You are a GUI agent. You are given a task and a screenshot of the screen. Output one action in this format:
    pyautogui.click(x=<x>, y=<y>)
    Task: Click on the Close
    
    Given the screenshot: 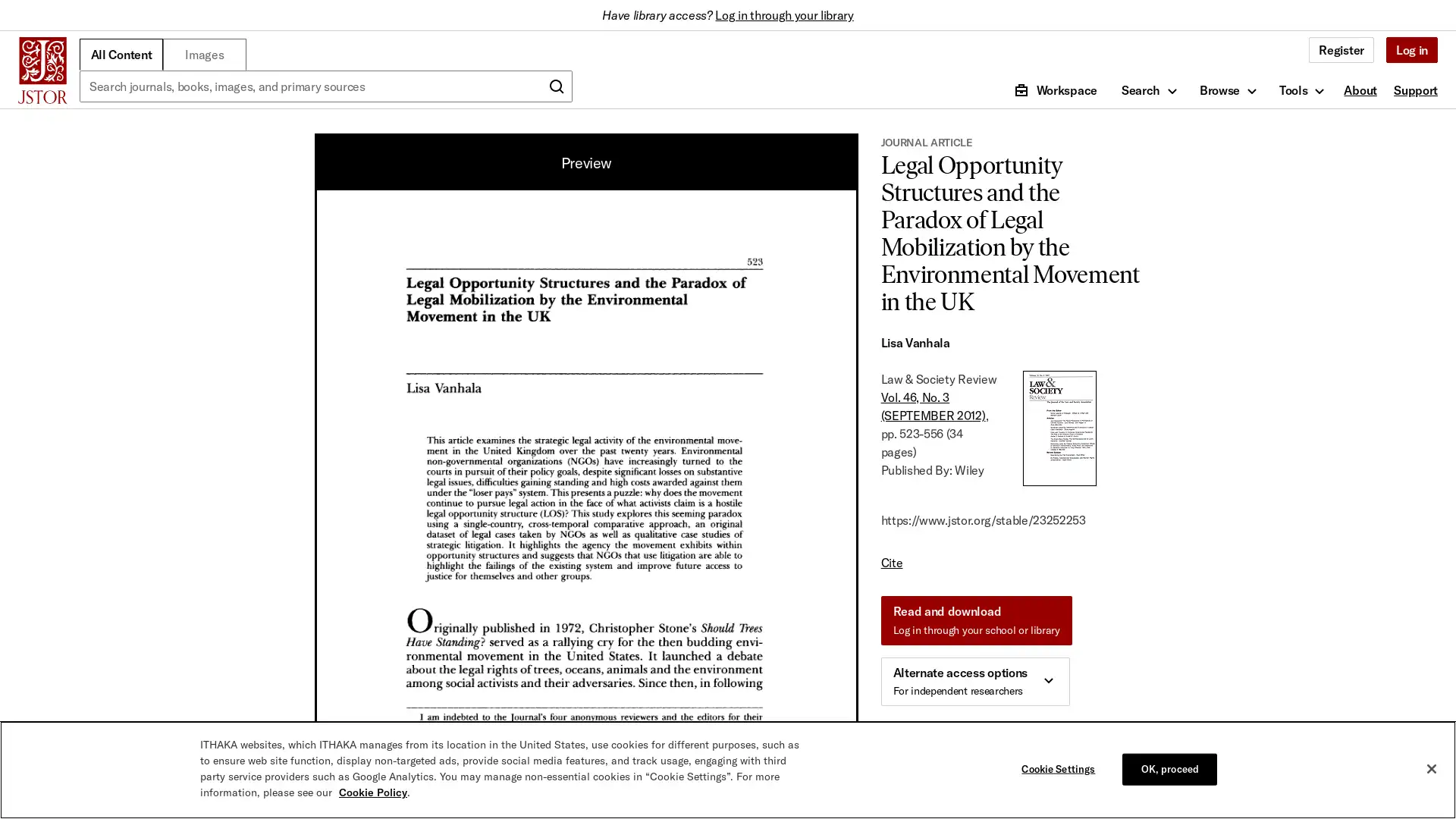 What is the action you would take?
    pyautogui.click(x=1430, y=769)
    